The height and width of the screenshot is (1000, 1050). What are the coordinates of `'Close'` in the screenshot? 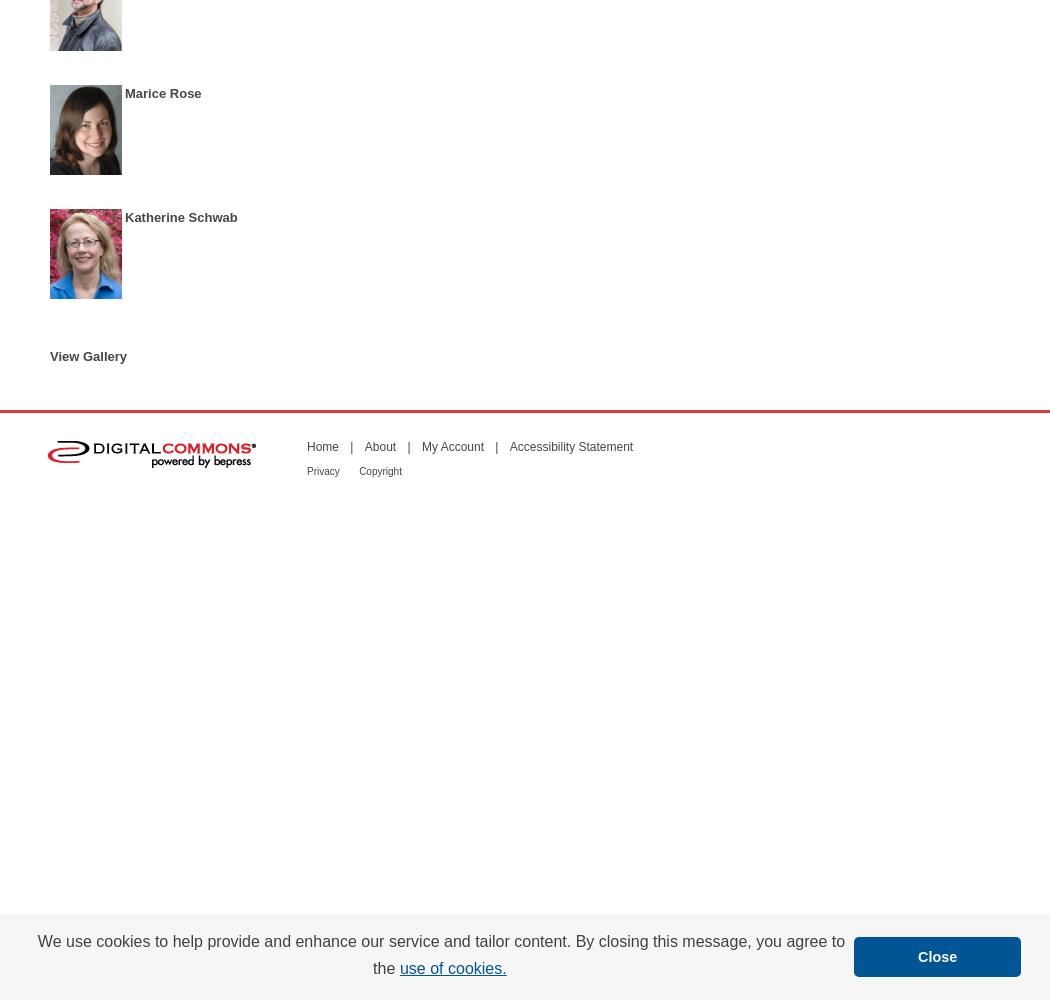 It's located at (937, 955).